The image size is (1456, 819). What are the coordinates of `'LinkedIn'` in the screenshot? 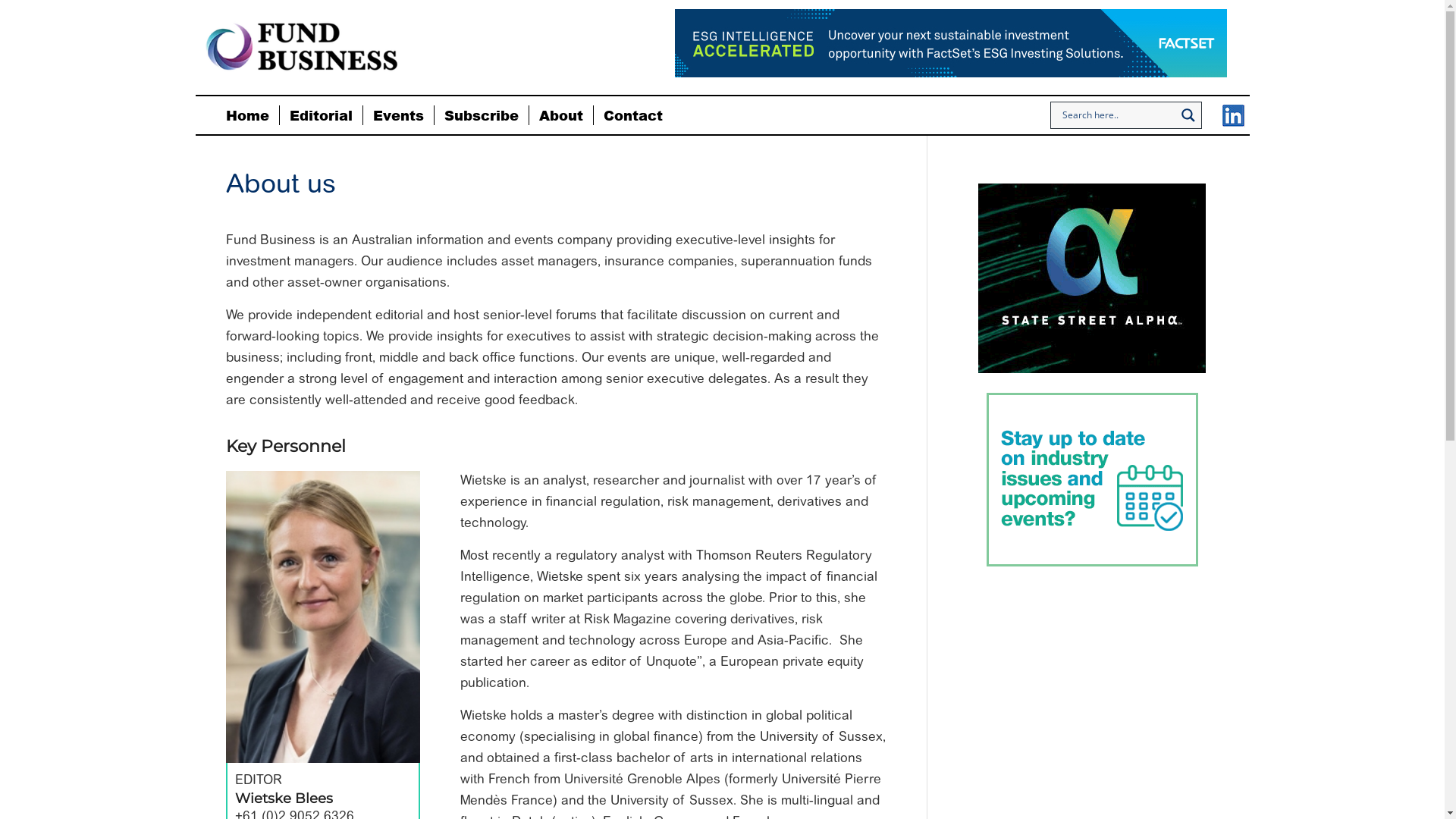 It's located at (1234, 115).